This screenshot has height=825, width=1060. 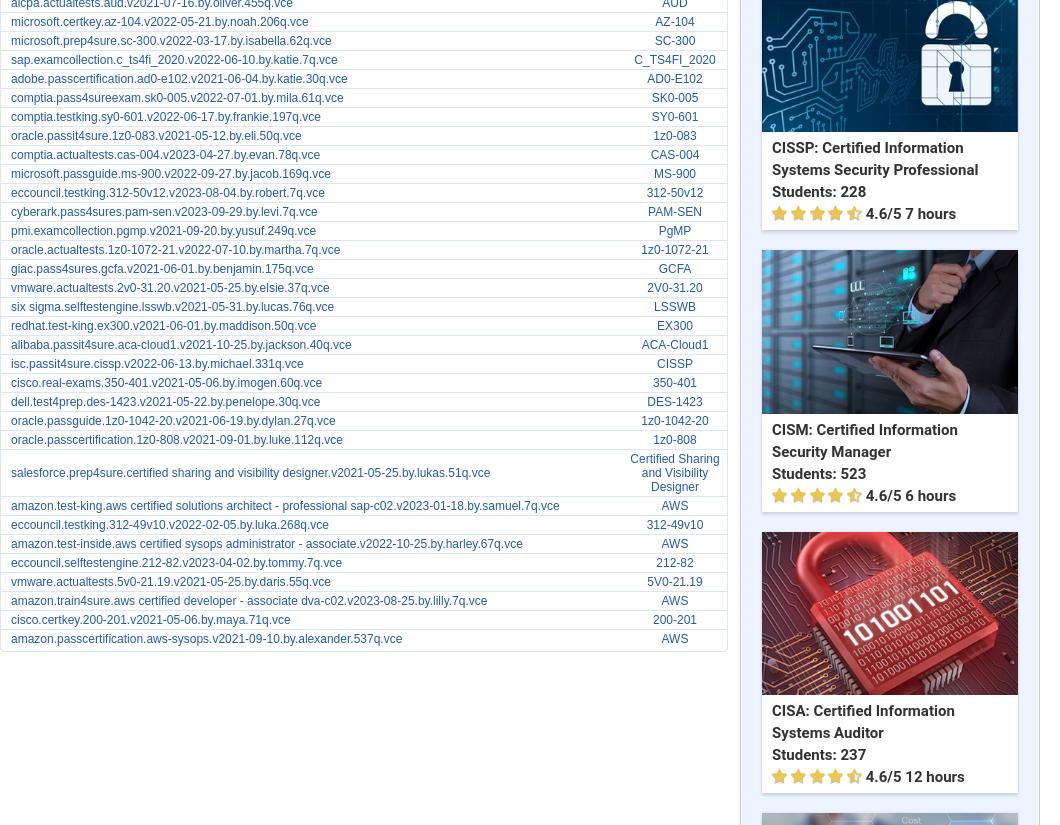 I want to click on '312-49v10', so click(x=645, y=524).